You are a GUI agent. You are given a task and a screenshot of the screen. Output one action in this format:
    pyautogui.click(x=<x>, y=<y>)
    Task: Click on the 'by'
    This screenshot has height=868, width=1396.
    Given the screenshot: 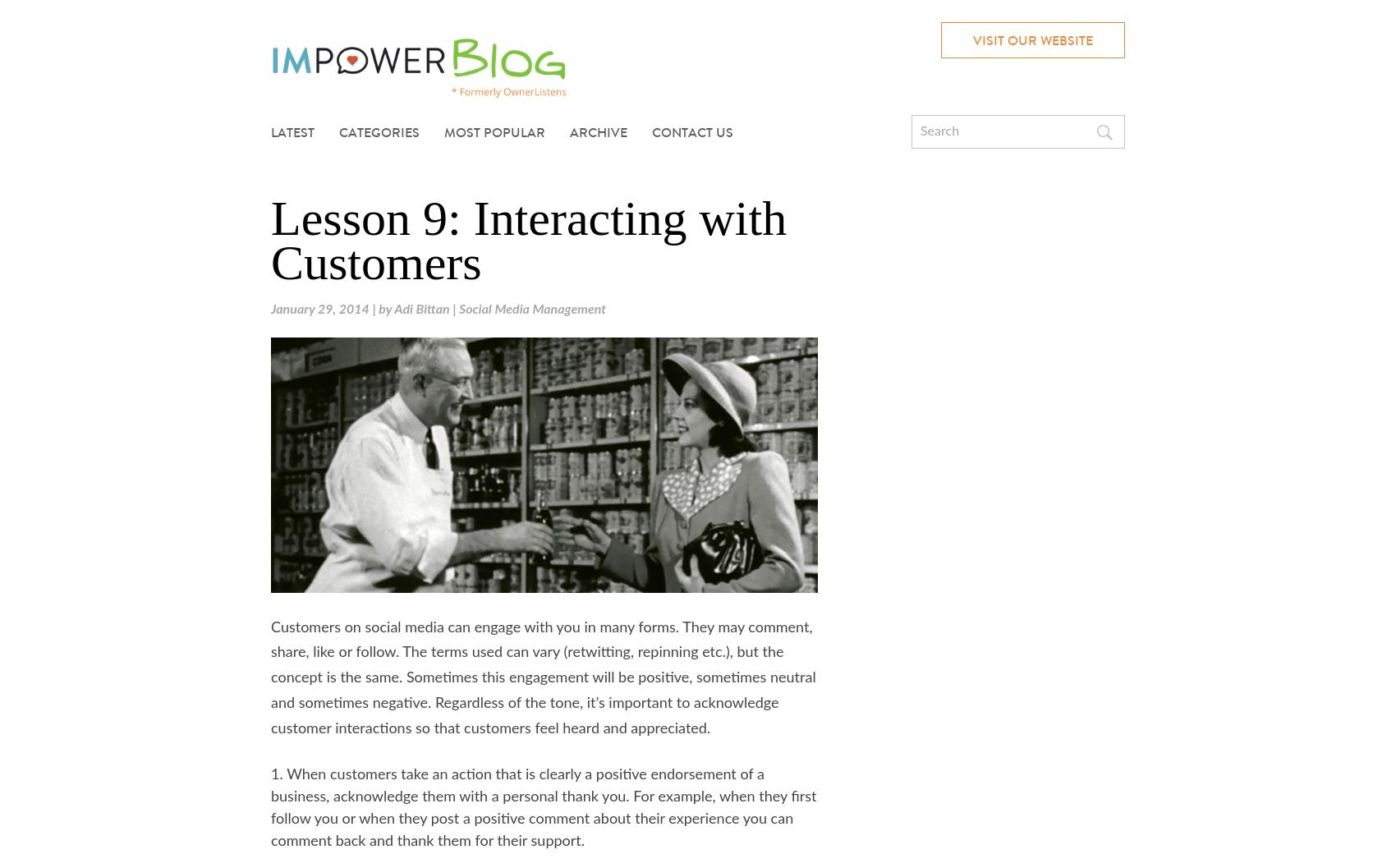 What is the action you would take?
    pyautogui.click(x=386, y=310)
    